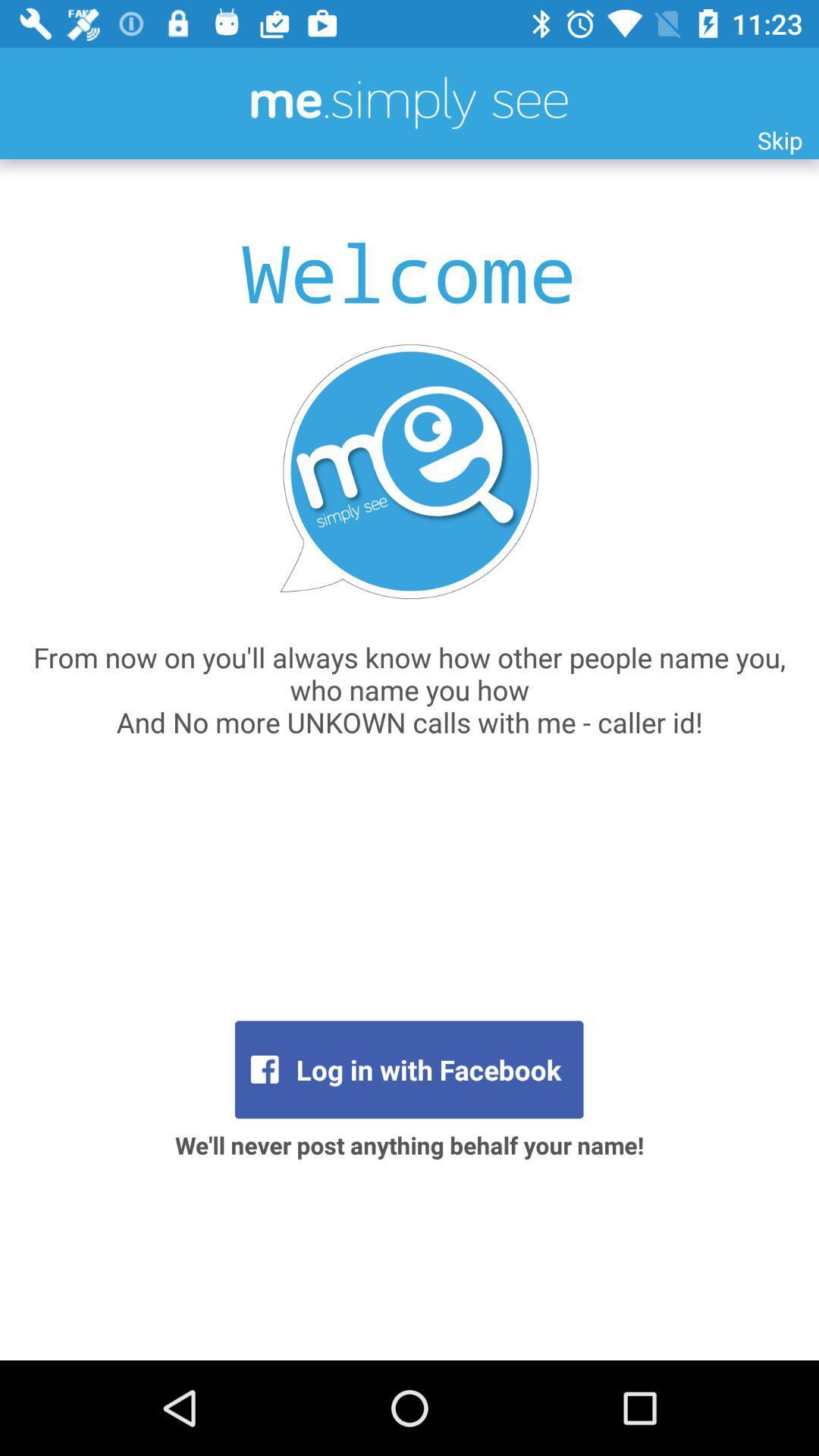  I want to click on icon above the from now on item, so click(780, 140).